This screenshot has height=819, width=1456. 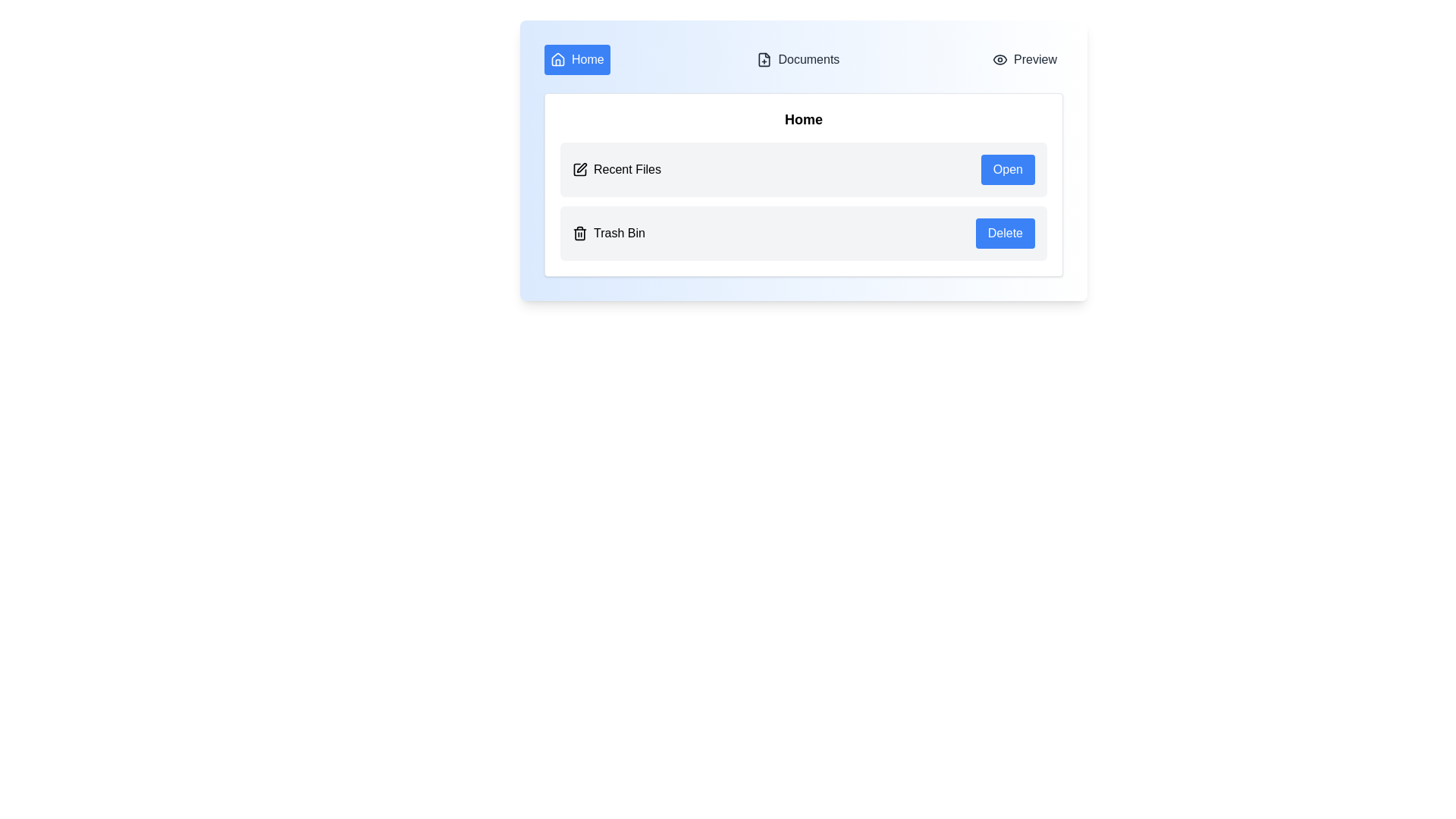 I want to click on the Home icon located in the navigation bar at the top-left corner of the interface, so click(x=557, y=58).